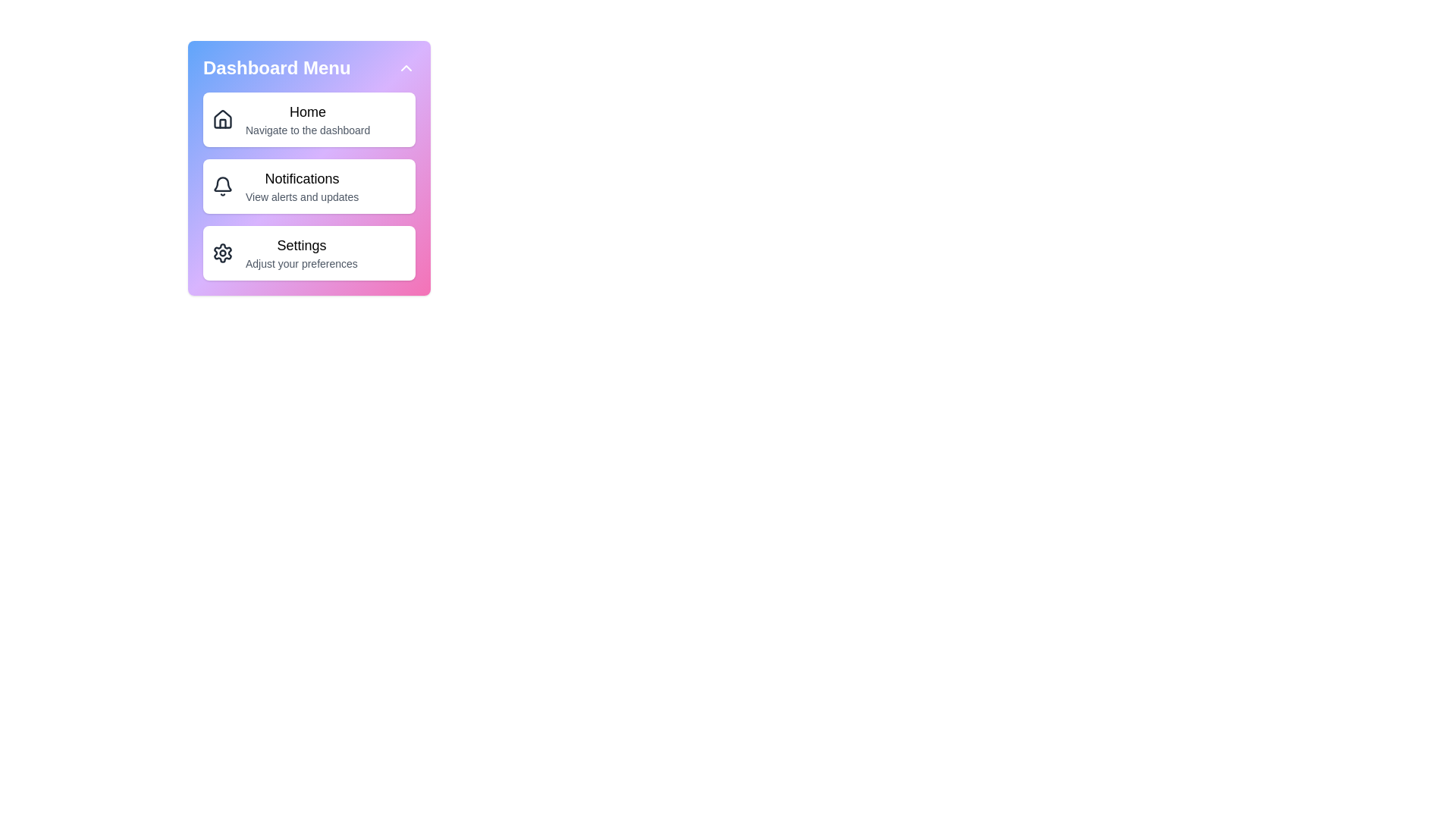 This screenshot has width=1456, height=819. What do you see at coordinates (309, 253) in the screenshot?
I see `the menu item Settings to navigate` at bounding box center [309, 253].